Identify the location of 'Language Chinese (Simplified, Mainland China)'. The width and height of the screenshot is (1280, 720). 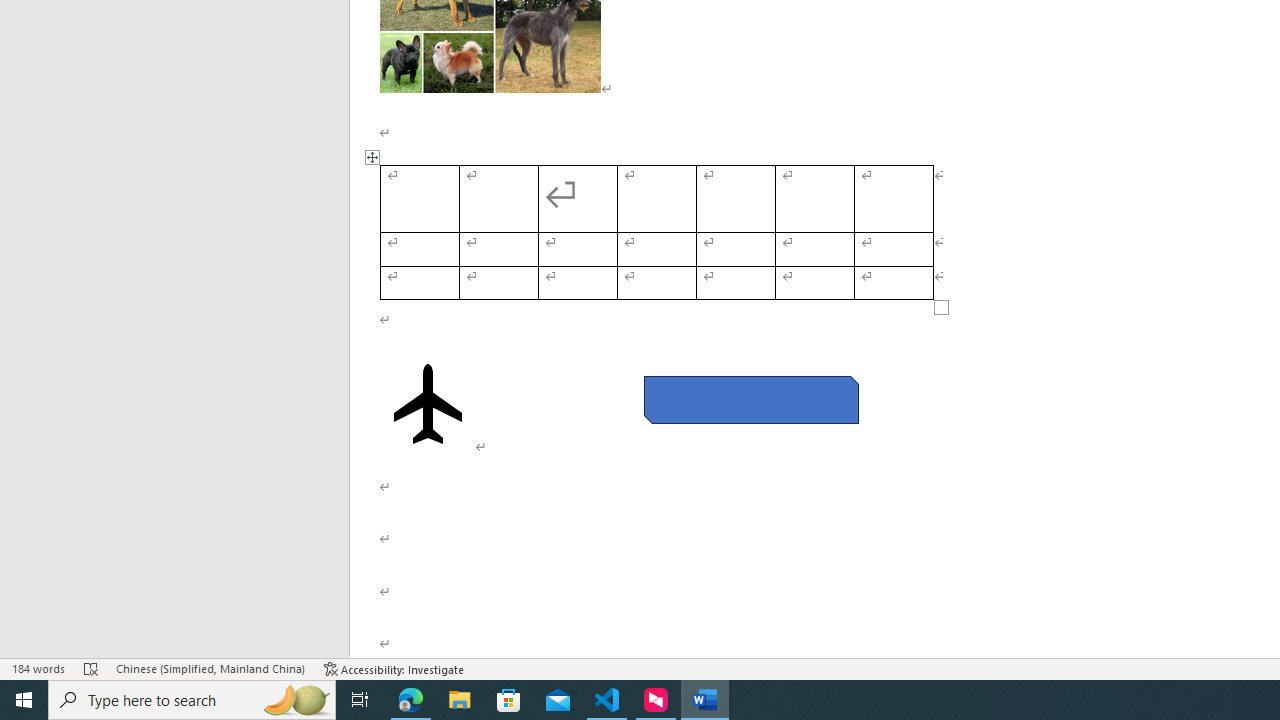
(210, 669).